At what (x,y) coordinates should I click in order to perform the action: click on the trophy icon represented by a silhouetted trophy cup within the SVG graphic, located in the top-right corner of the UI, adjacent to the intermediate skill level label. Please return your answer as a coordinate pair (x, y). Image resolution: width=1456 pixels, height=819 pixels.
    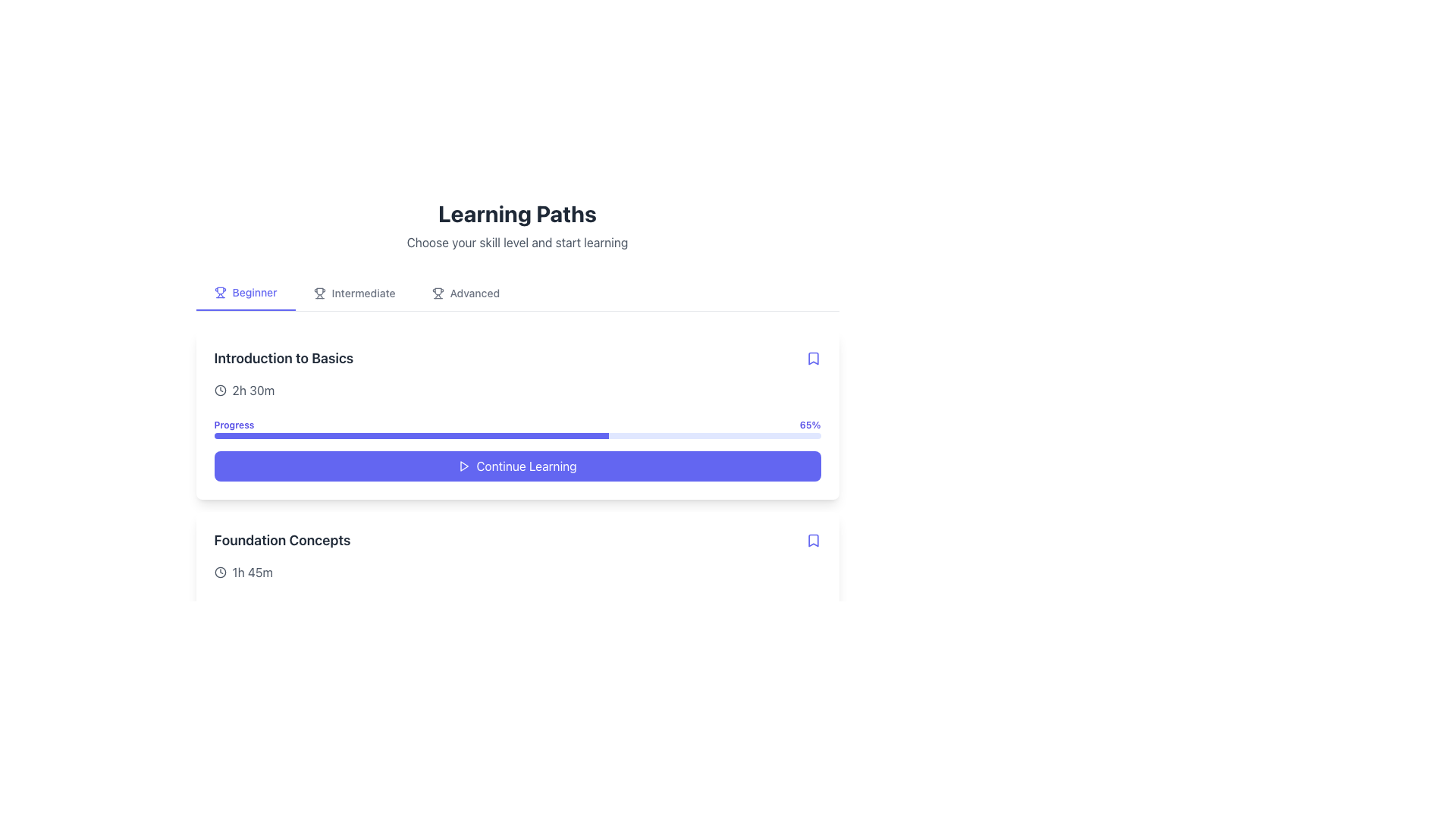
    Looking at the image, I should click on (318, 291).